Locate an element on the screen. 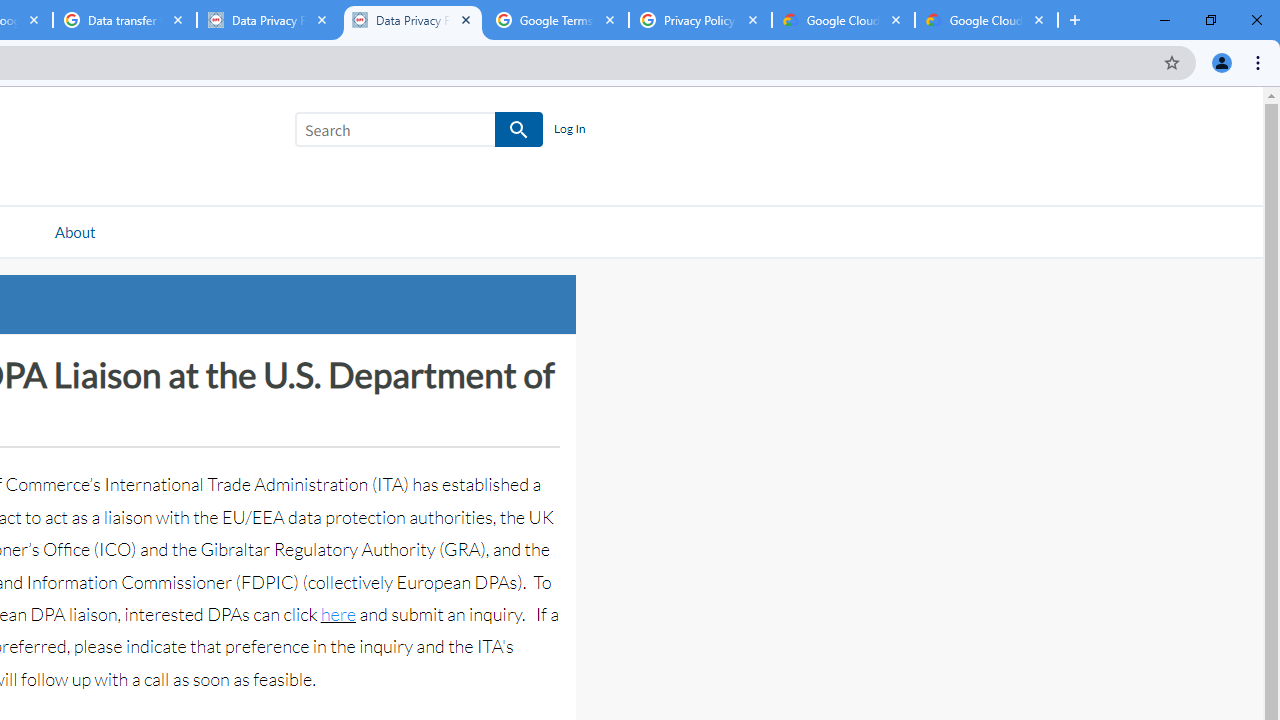  'here' is located at coordinates (337, 613).